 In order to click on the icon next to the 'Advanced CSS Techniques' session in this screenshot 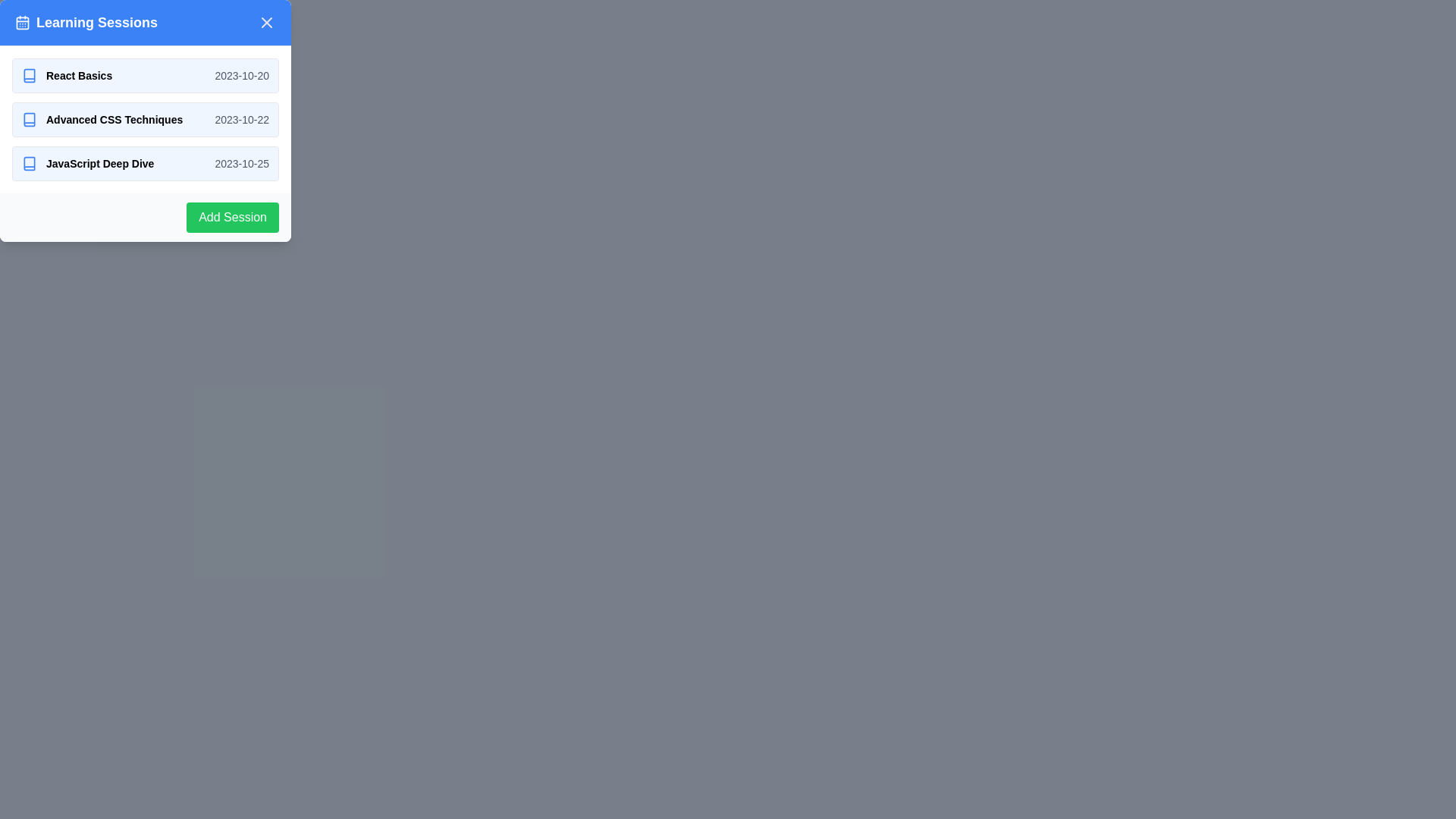, I will do `click(29, 119)`.